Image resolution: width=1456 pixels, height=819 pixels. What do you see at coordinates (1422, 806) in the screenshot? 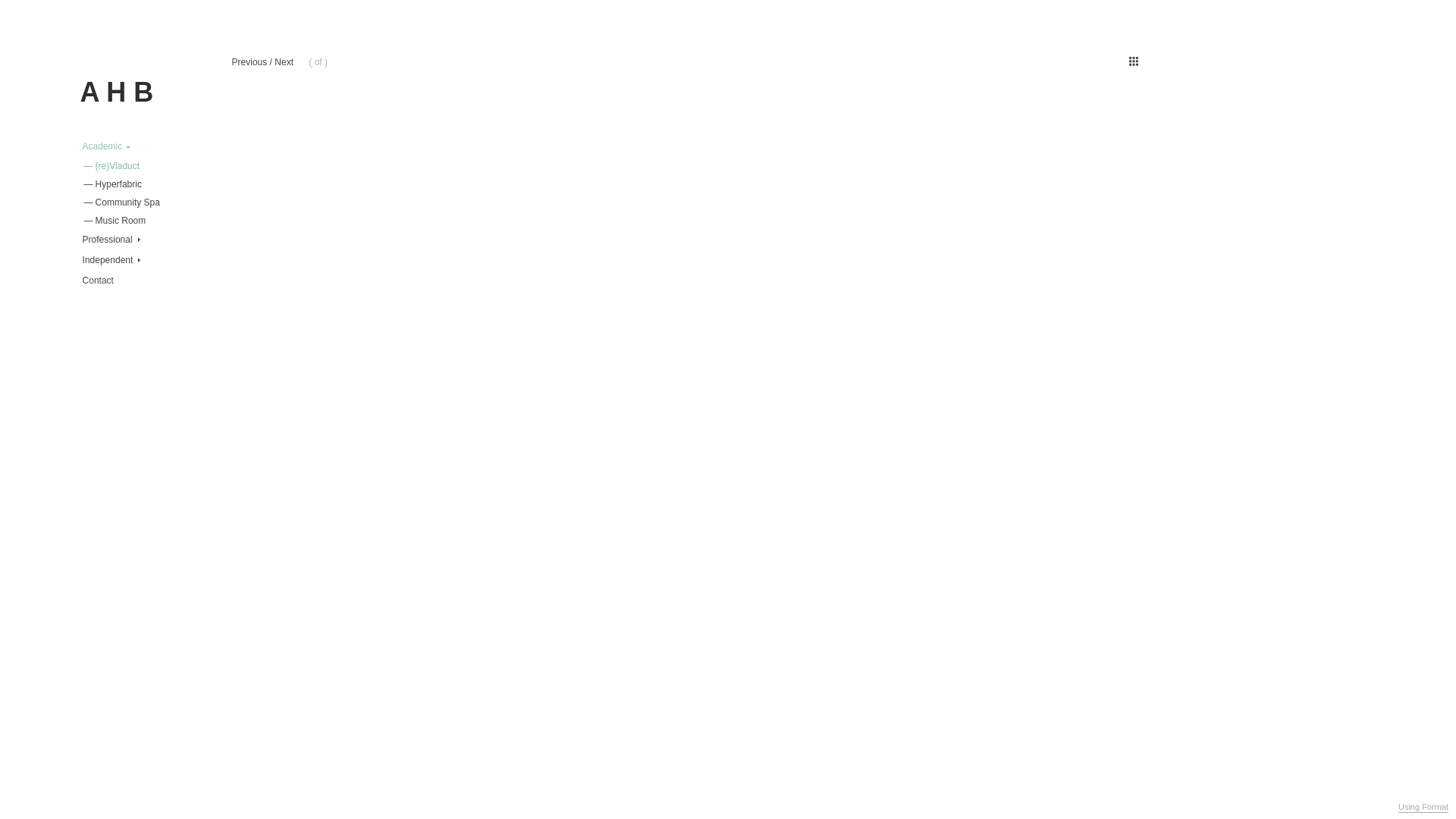
I see `'Using Format'` at bounding box center [1422, 806].